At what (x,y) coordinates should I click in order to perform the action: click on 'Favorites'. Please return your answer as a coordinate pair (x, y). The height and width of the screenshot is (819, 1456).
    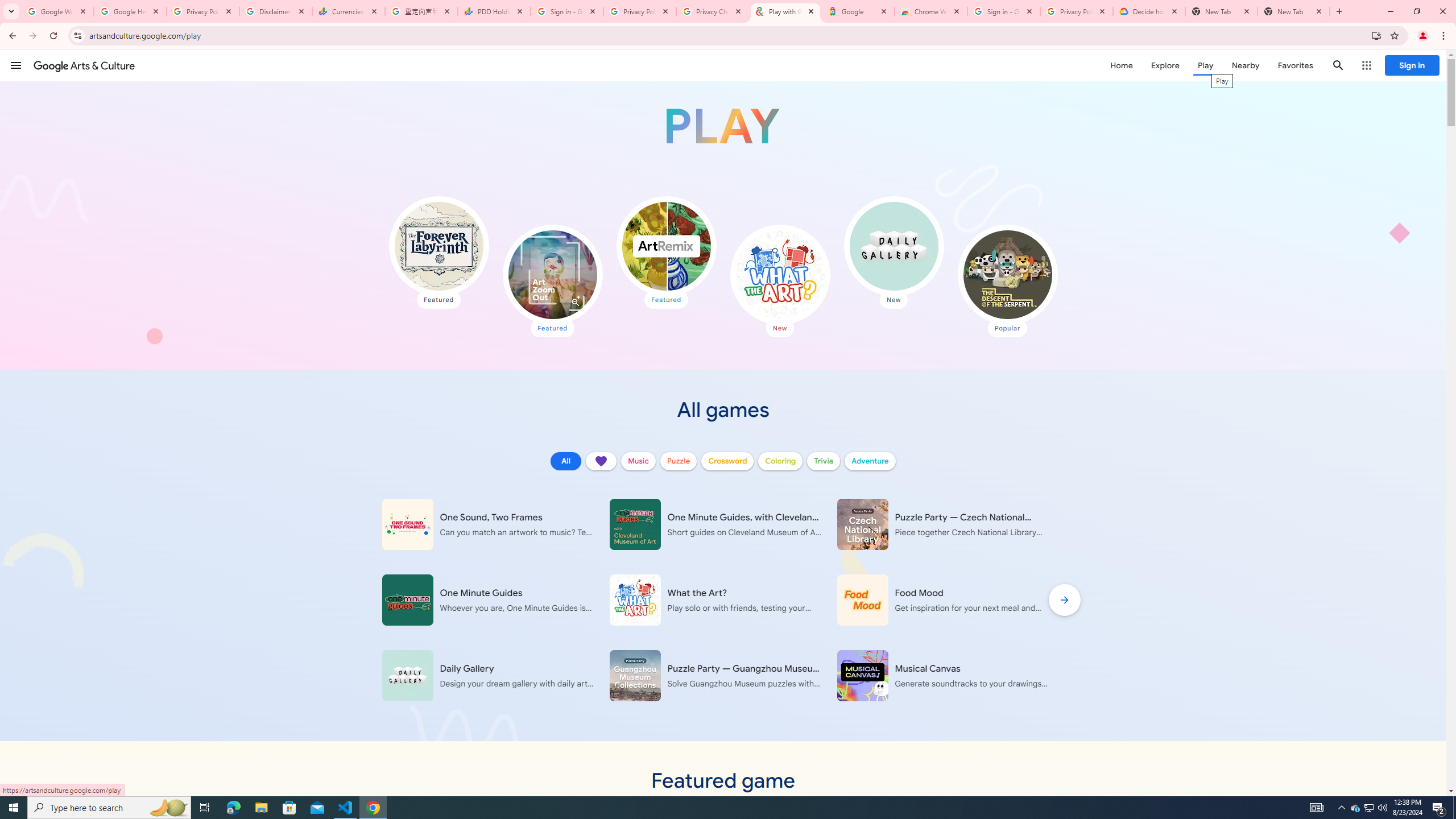
    Looking at the image, I should click on (1294, 65).